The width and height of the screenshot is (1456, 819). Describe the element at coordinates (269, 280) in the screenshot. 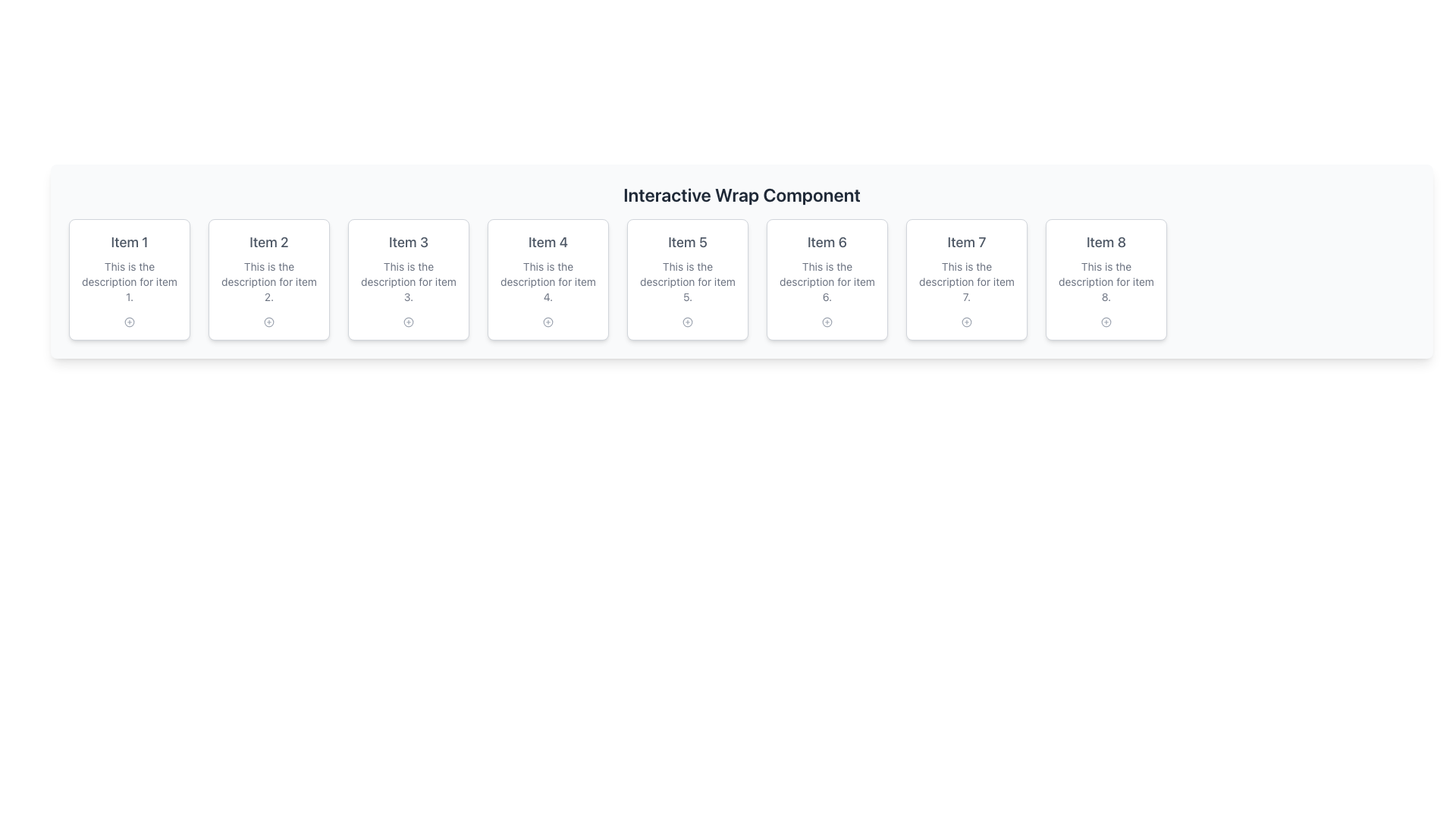

I see `title and description on the interactive card for 'Item 2', which is the second card in a horizontally-aligned grid of similar cards` at that location.